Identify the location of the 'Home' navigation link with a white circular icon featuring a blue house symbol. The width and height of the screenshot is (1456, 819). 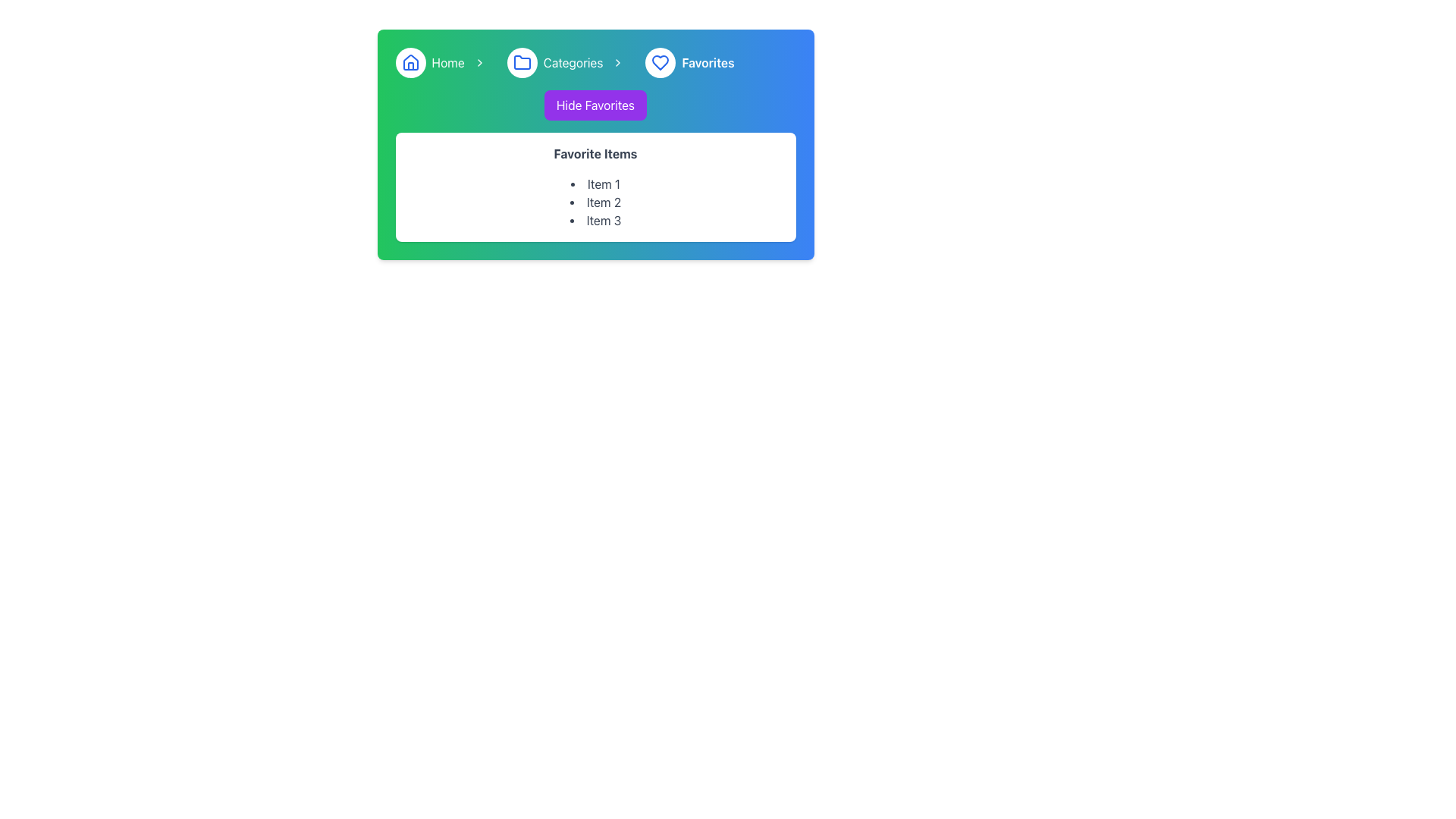
(444, 62).